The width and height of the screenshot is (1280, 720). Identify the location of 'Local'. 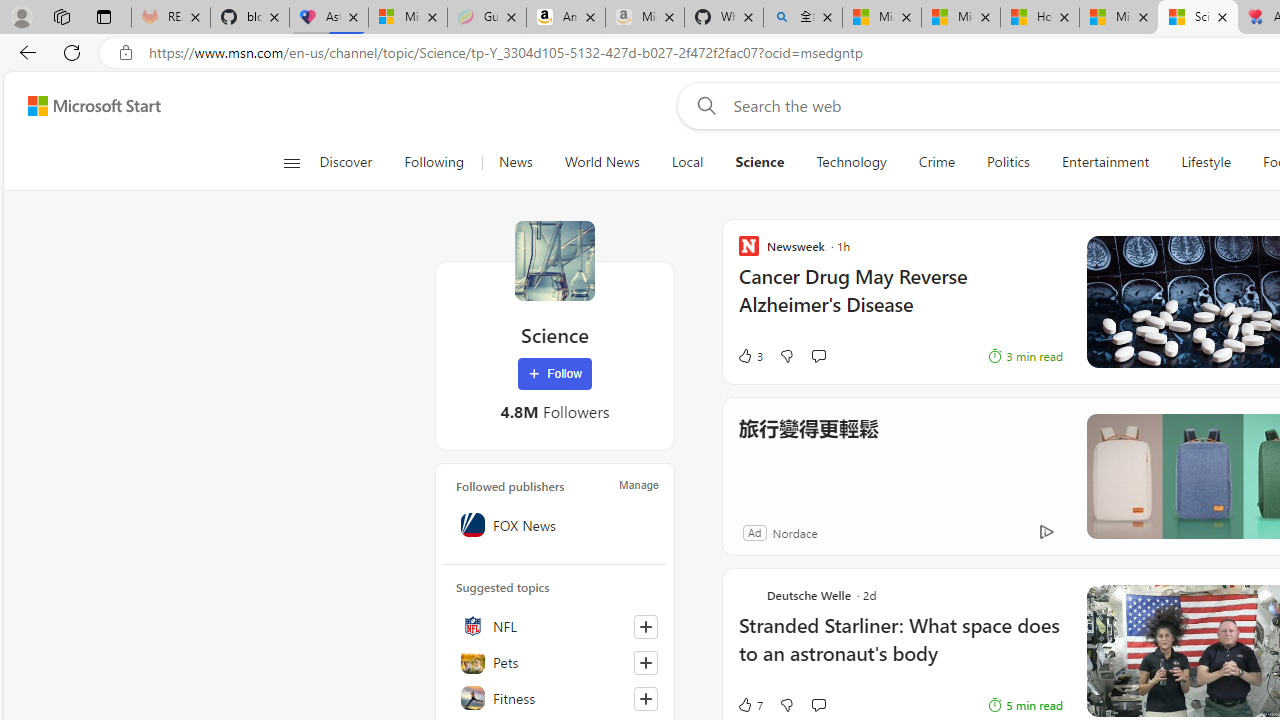
(687, 162).